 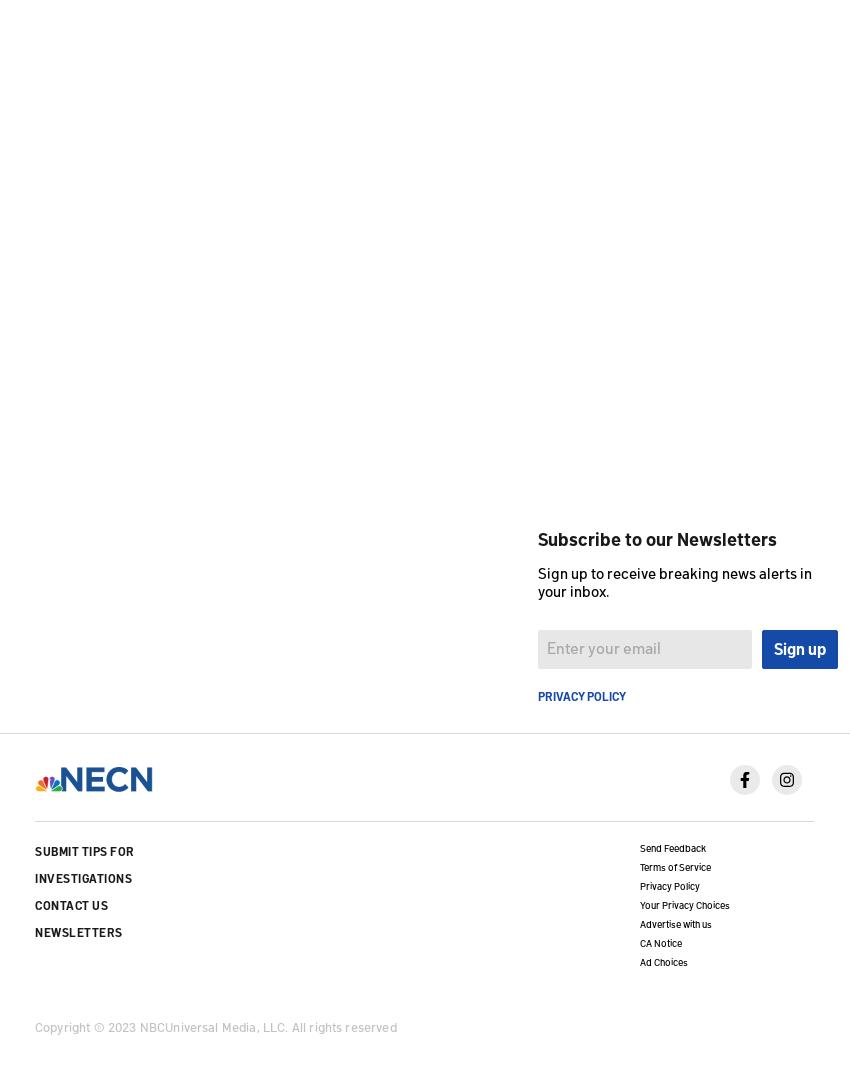 I want to click on 'Submit Tips for Investigations', so click(x=34, y=863).